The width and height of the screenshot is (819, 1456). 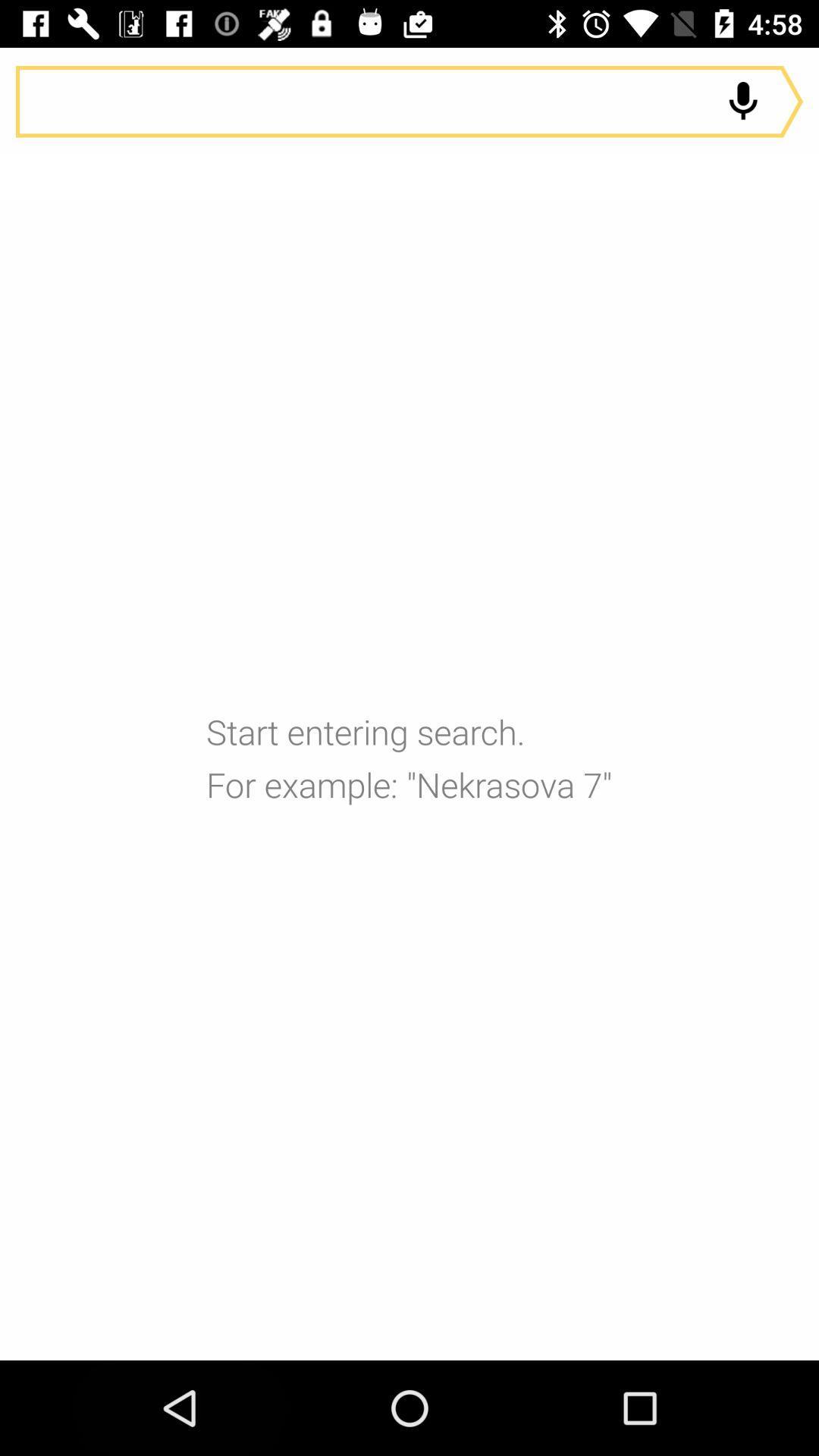 I want to click on voice search, so click(x=742, y=101).